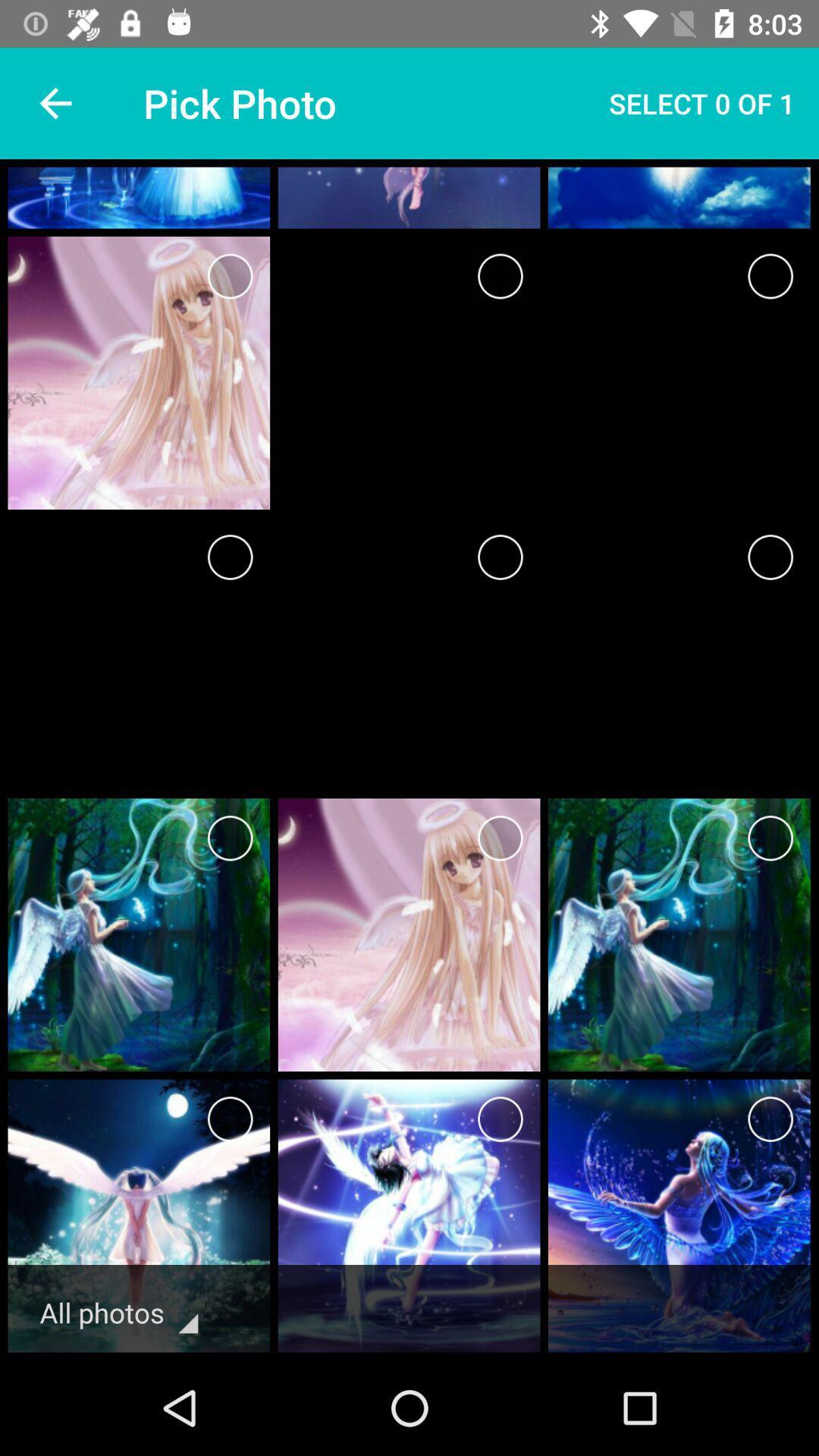 The height and width of the screenshot is (1456, 819). Describe the element at coordinates (770, 837) in the screenshot. I see `photo` at that location.